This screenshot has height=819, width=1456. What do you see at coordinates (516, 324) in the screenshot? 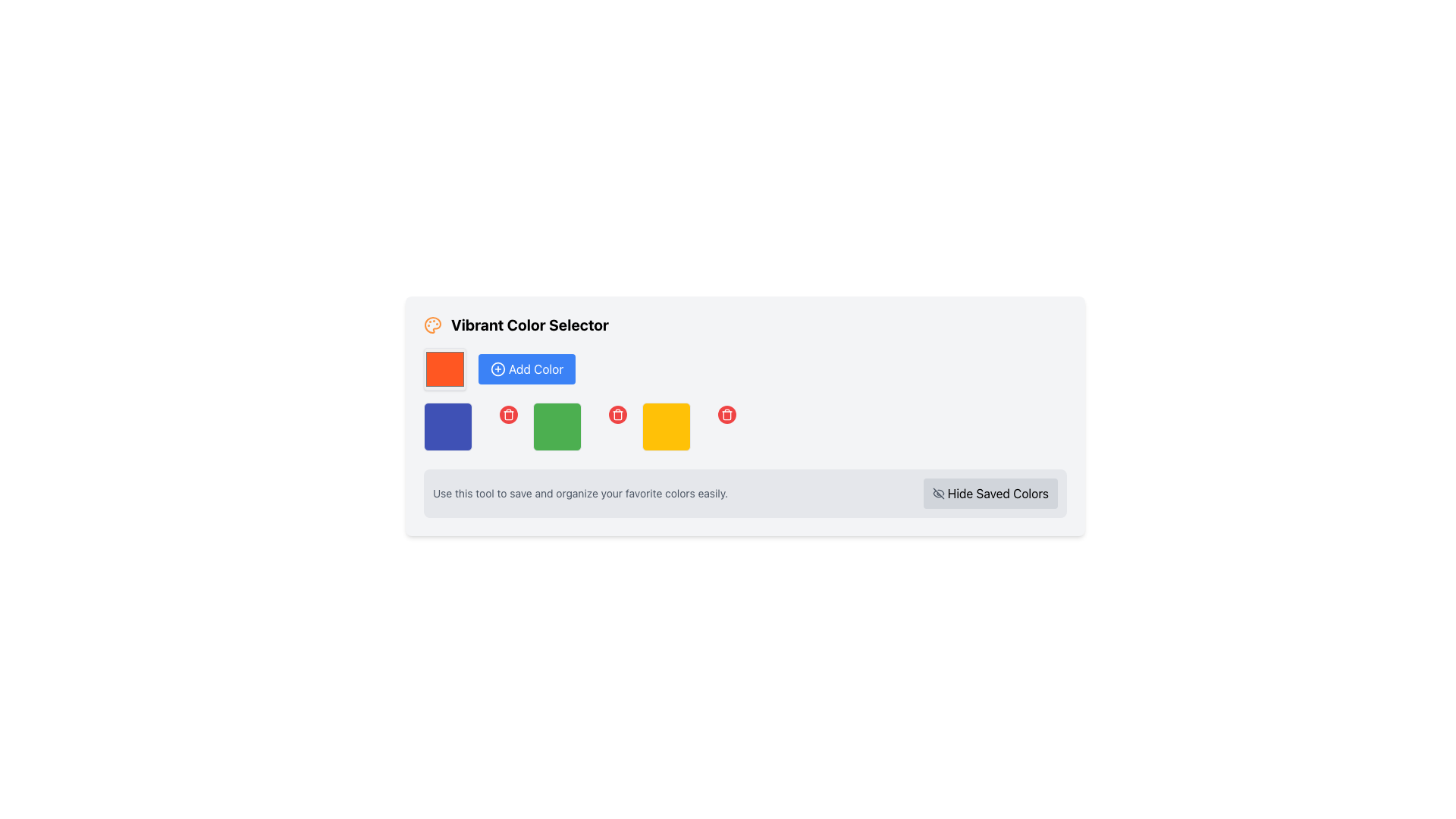
I see `the Heading Label displaying 'Vibrant Color Selector', which is styled in bold and large font and located to the right of an orange palette icon` at bounding box center [516, 324].